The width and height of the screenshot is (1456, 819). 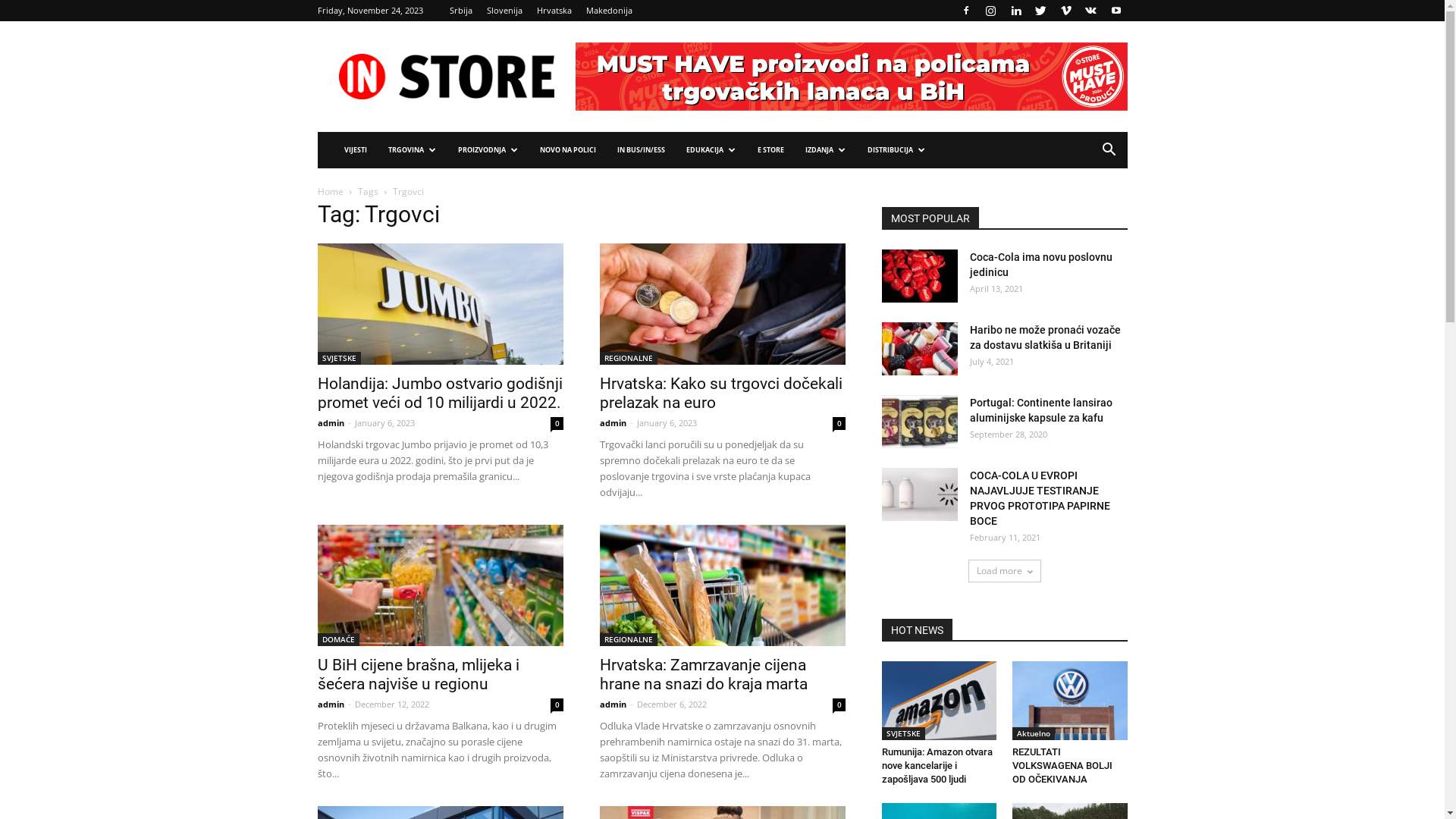 I want to click on 'REGIONALNE', so click(x=628, y=358).